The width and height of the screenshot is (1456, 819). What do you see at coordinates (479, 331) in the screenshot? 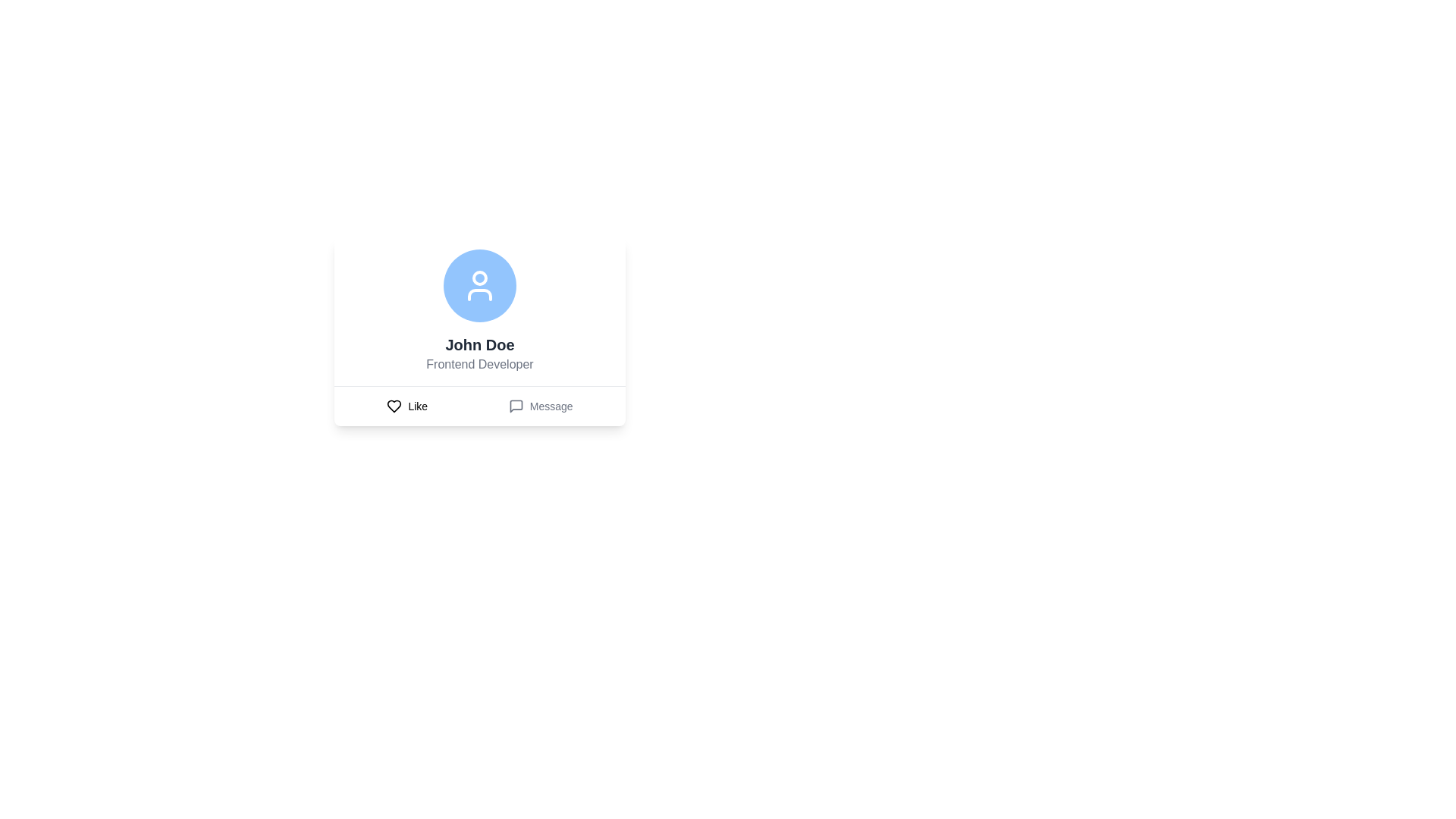
I see `the user name 'John Doe'` at bounding box center [479, 331].